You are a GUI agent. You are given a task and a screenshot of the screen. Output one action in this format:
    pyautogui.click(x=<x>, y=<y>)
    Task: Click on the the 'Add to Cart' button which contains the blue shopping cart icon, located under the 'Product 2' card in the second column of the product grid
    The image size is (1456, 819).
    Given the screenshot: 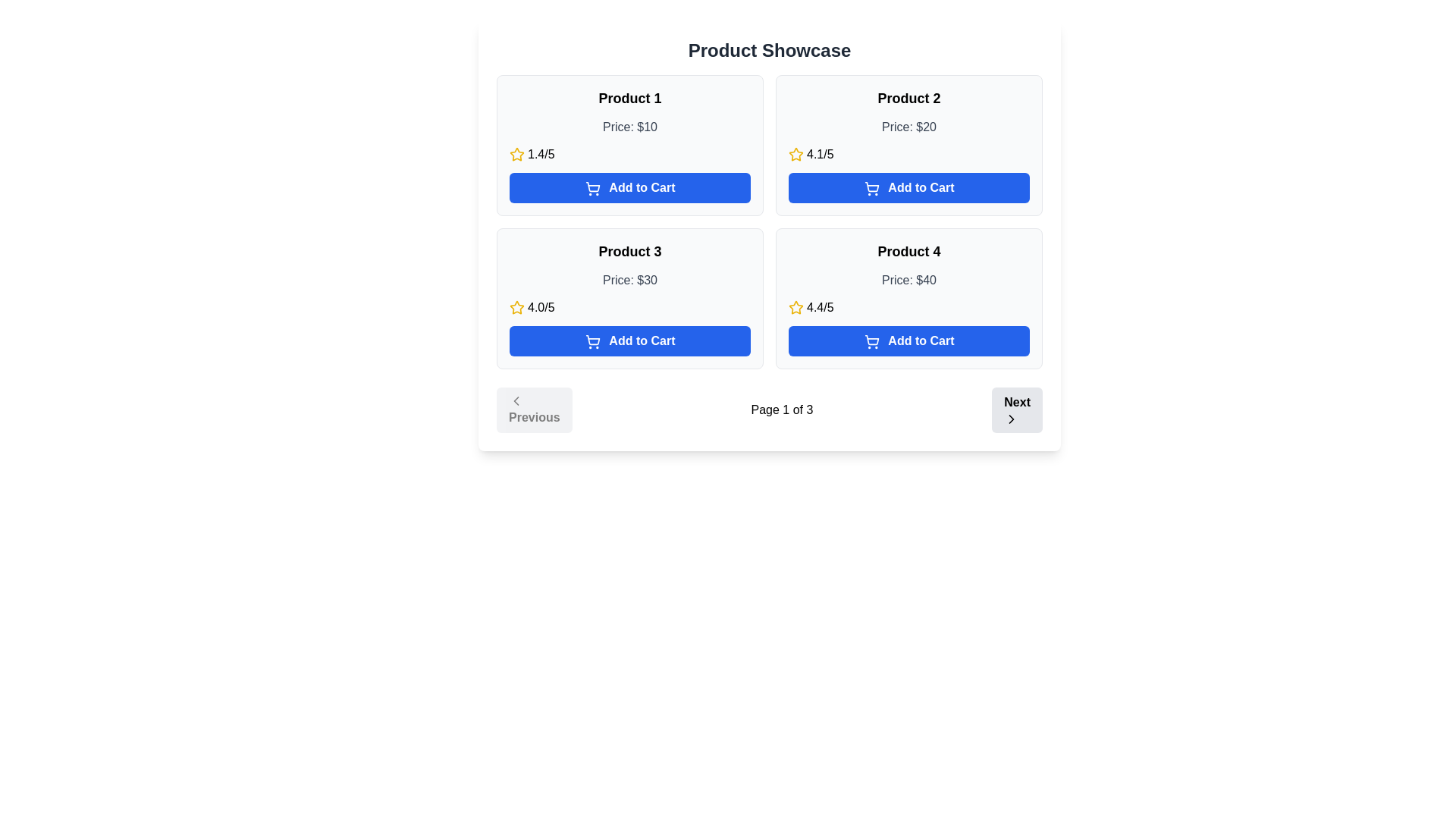 What is the action you would take?
    pyautogui.click(x=871, y=187)
    